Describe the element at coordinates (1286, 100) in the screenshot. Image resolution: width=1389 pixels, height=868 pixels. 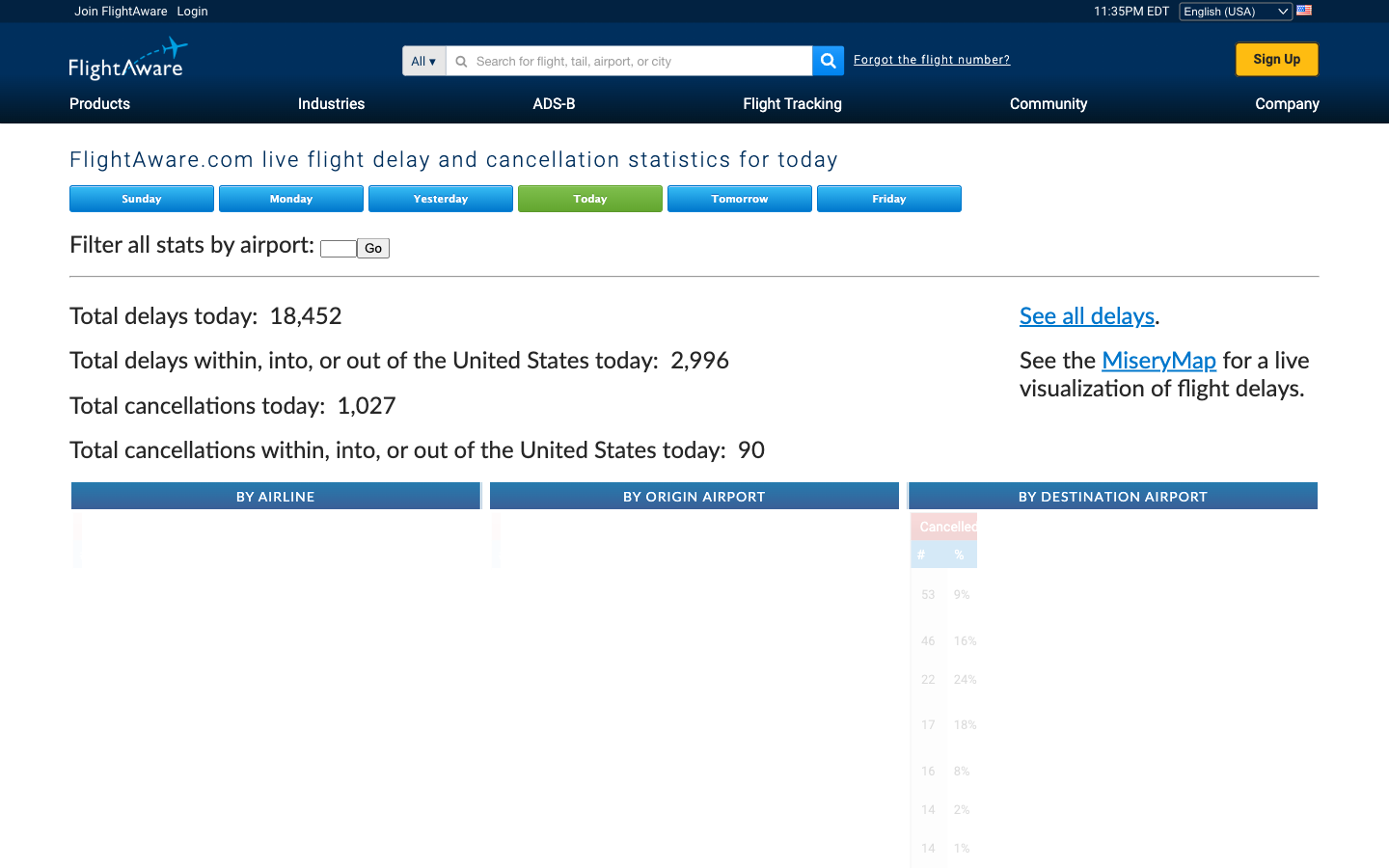
I see `the company profile of FlightAware` at that location.